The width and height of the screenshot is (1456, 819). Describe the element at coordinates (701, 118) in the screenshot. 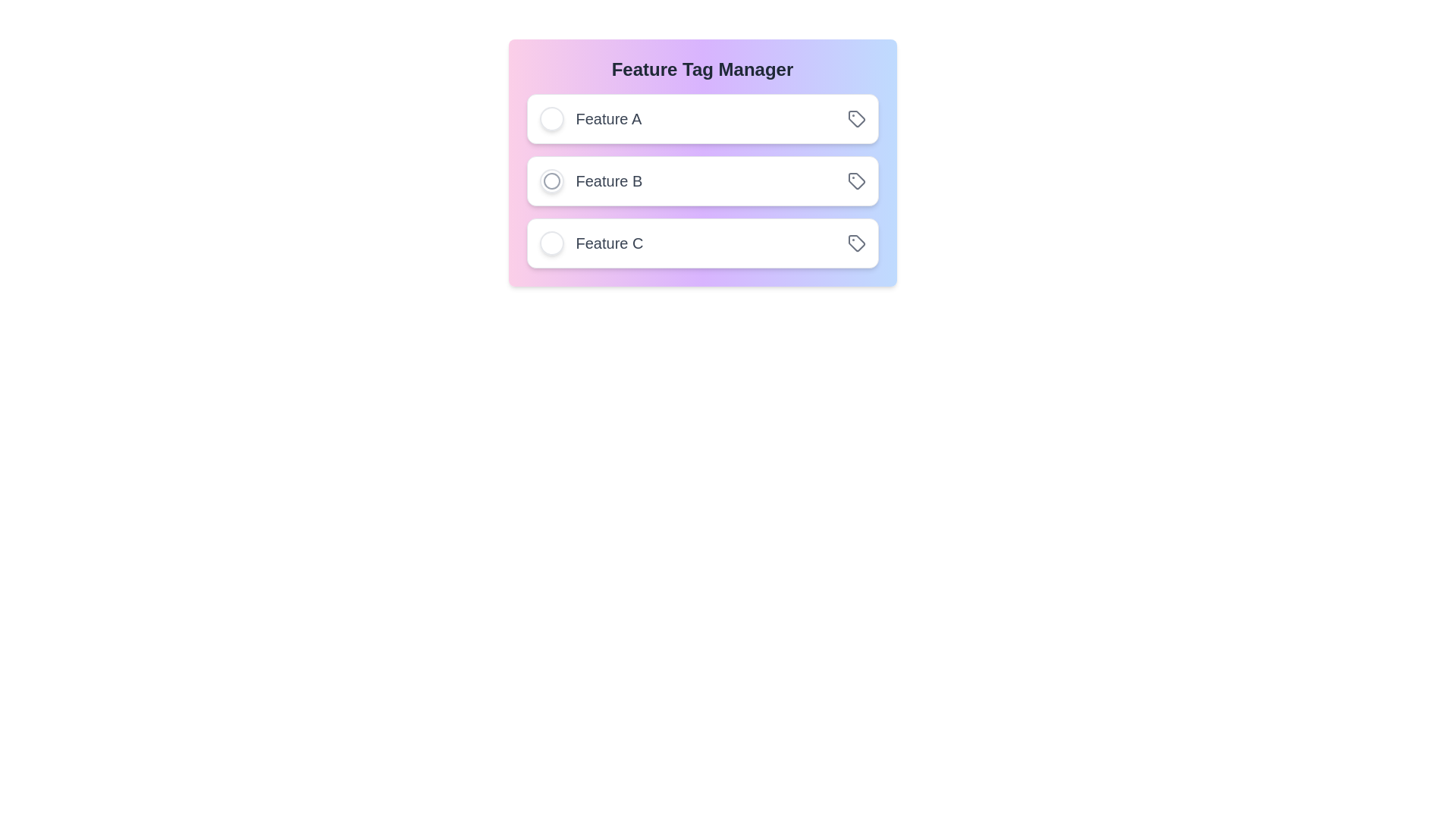

I see `the first feature card labeled 'Feature A' in the 'Feature Tag Manager' panel, which has a white background, a bordered edge, and rounded corners` at that location.